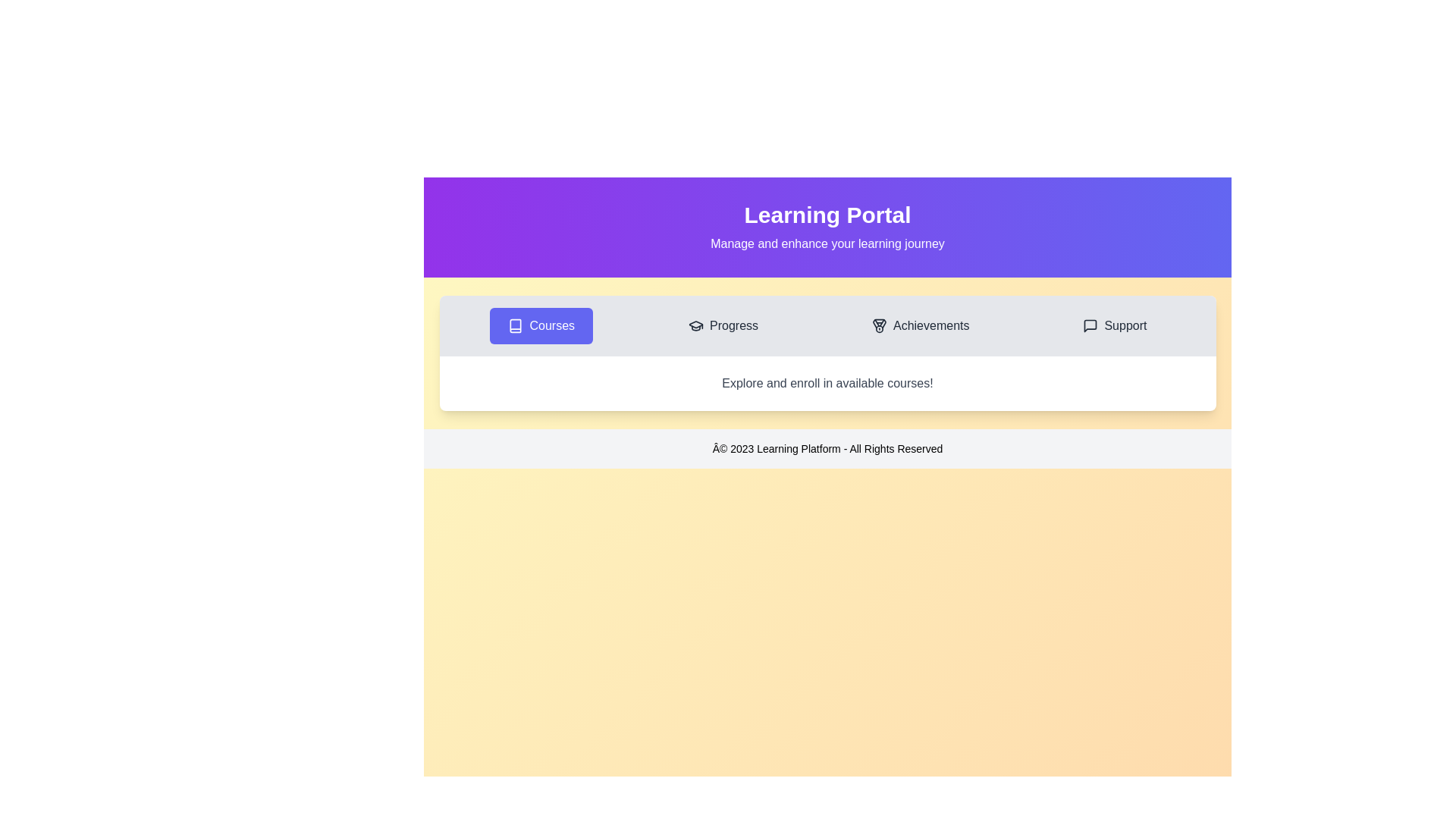 Image resolution: width=1456 pixels, height=819 pixels. I want to click on the chat-shaped icon that represents messaging or comments, which is located at the end of a row of icons, next to 'Support', so click(1090, 325).